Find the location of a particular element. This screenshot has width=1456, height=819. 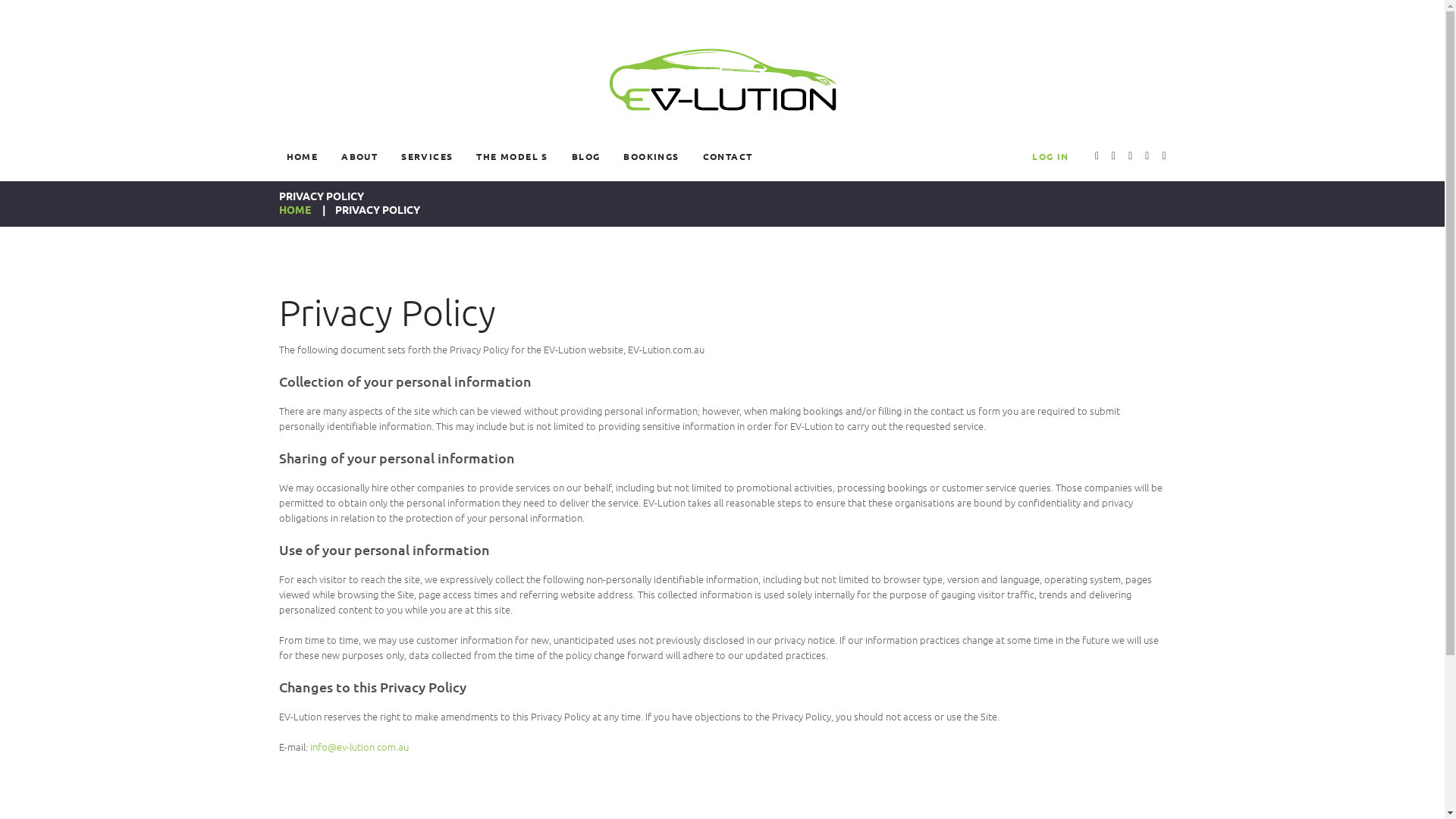

'info@ev-lution.com.au' is located at coordinates (358, 745).